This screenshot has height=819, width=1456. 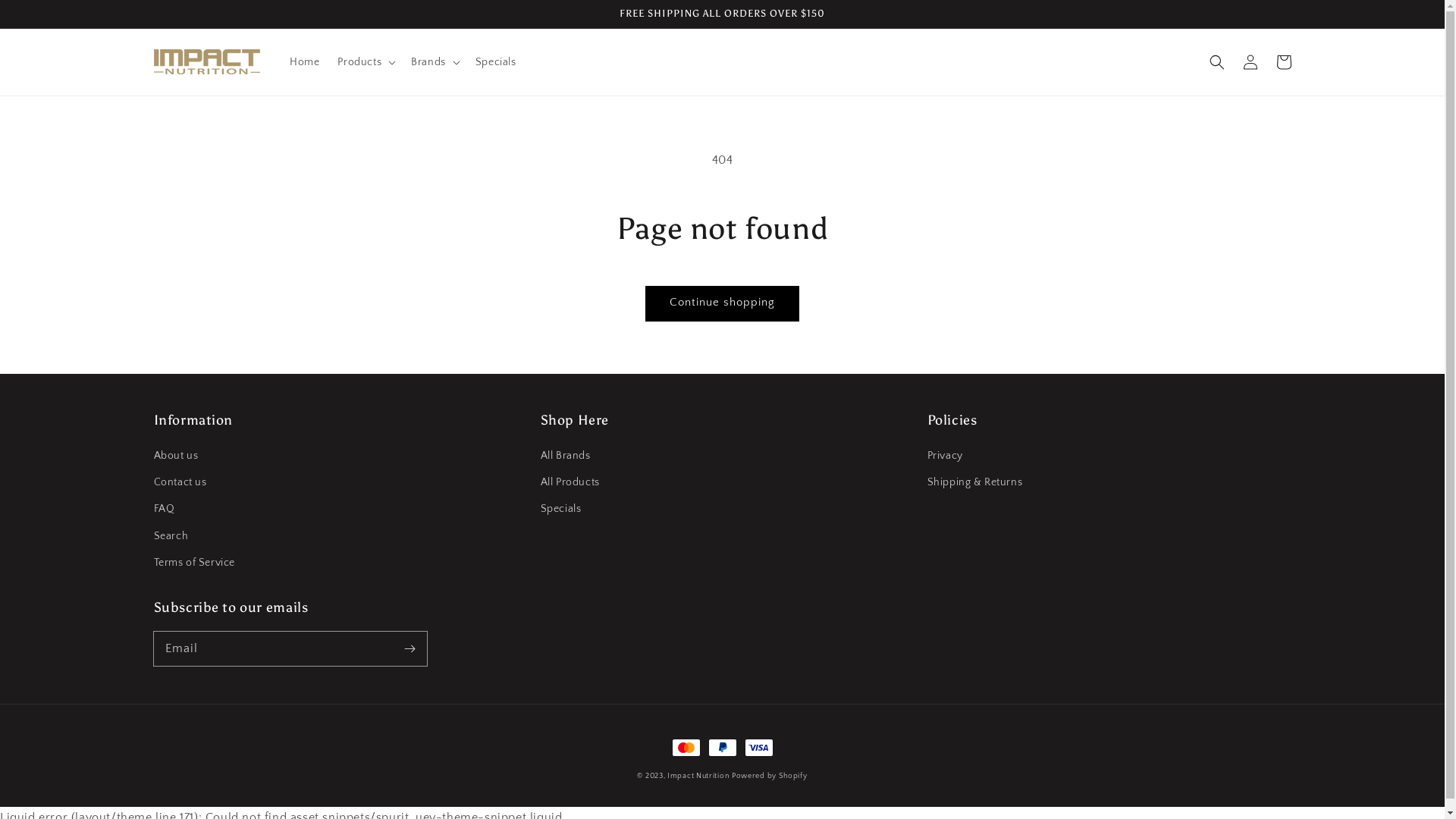 What do you see at coordinates (721, 303) in the screenshot?
I see `'Continue shopping'` at bounding box center [721, 303].